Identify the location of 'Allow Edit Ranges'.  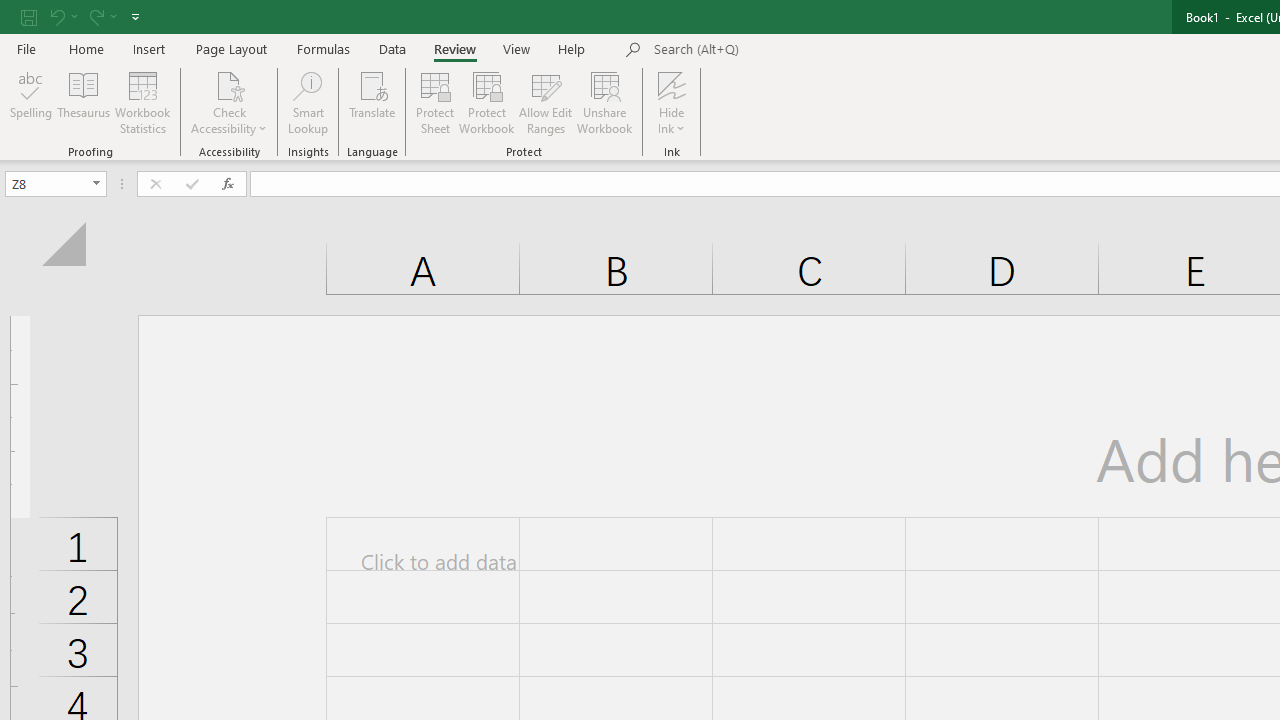
(545, 103).